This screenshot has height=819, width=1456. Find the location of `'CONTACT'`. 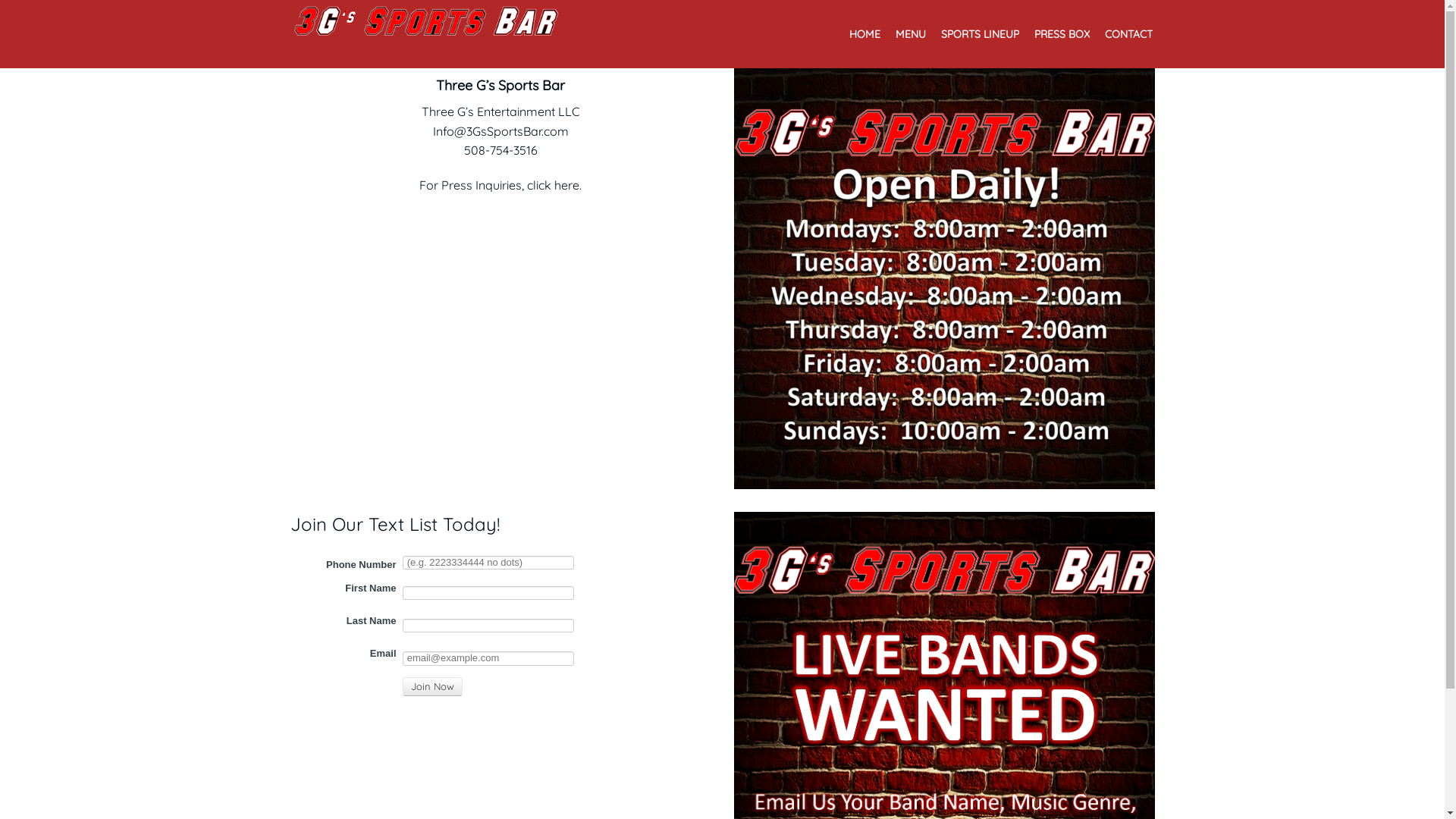

'CONTACT' is located at coordinates (1128, 37).